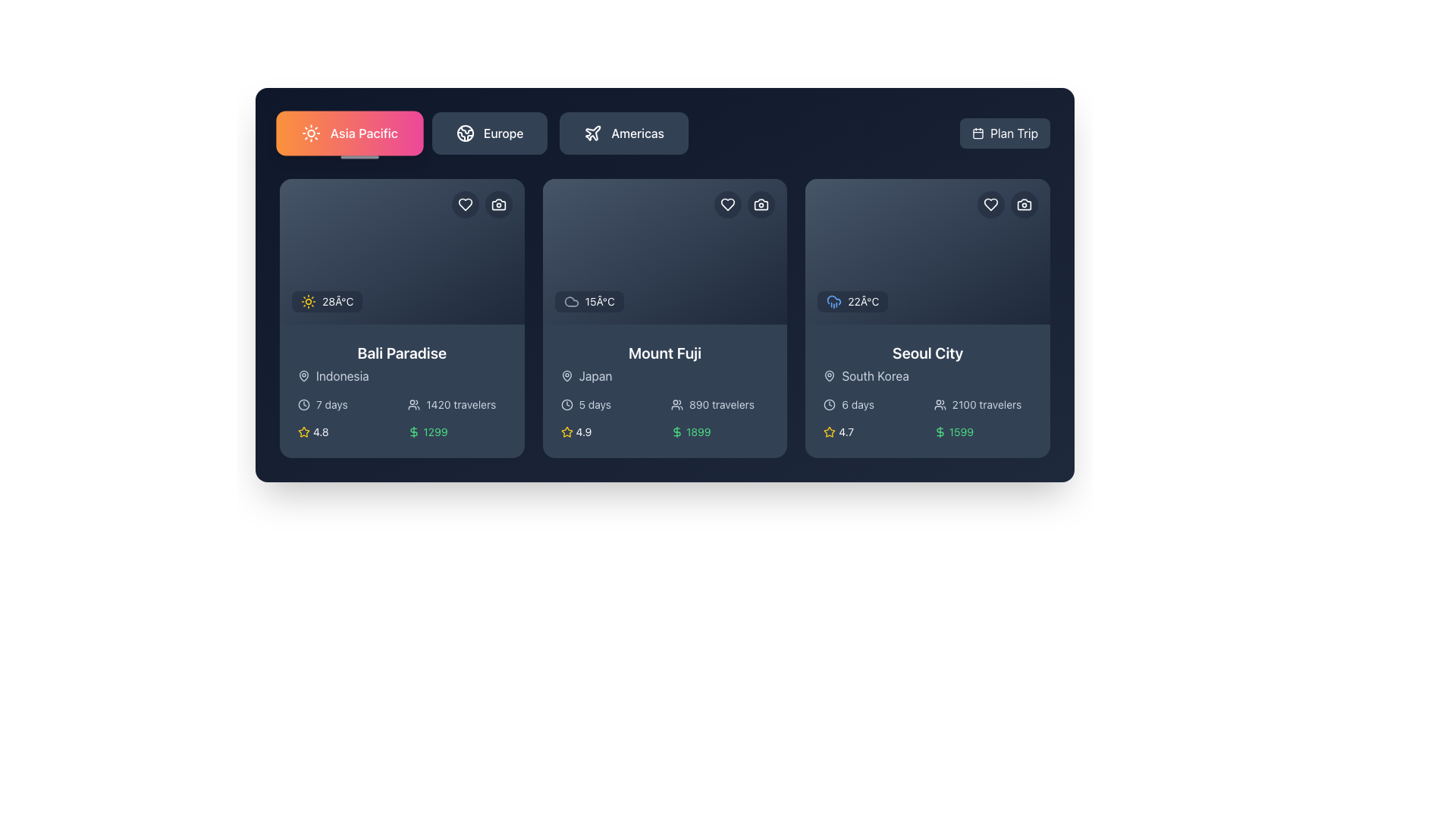  Describe the element at coordinates (829, 375) in the screenshot. I see `the map pin icon located to the left of the text label 'South Korea'` at that location.